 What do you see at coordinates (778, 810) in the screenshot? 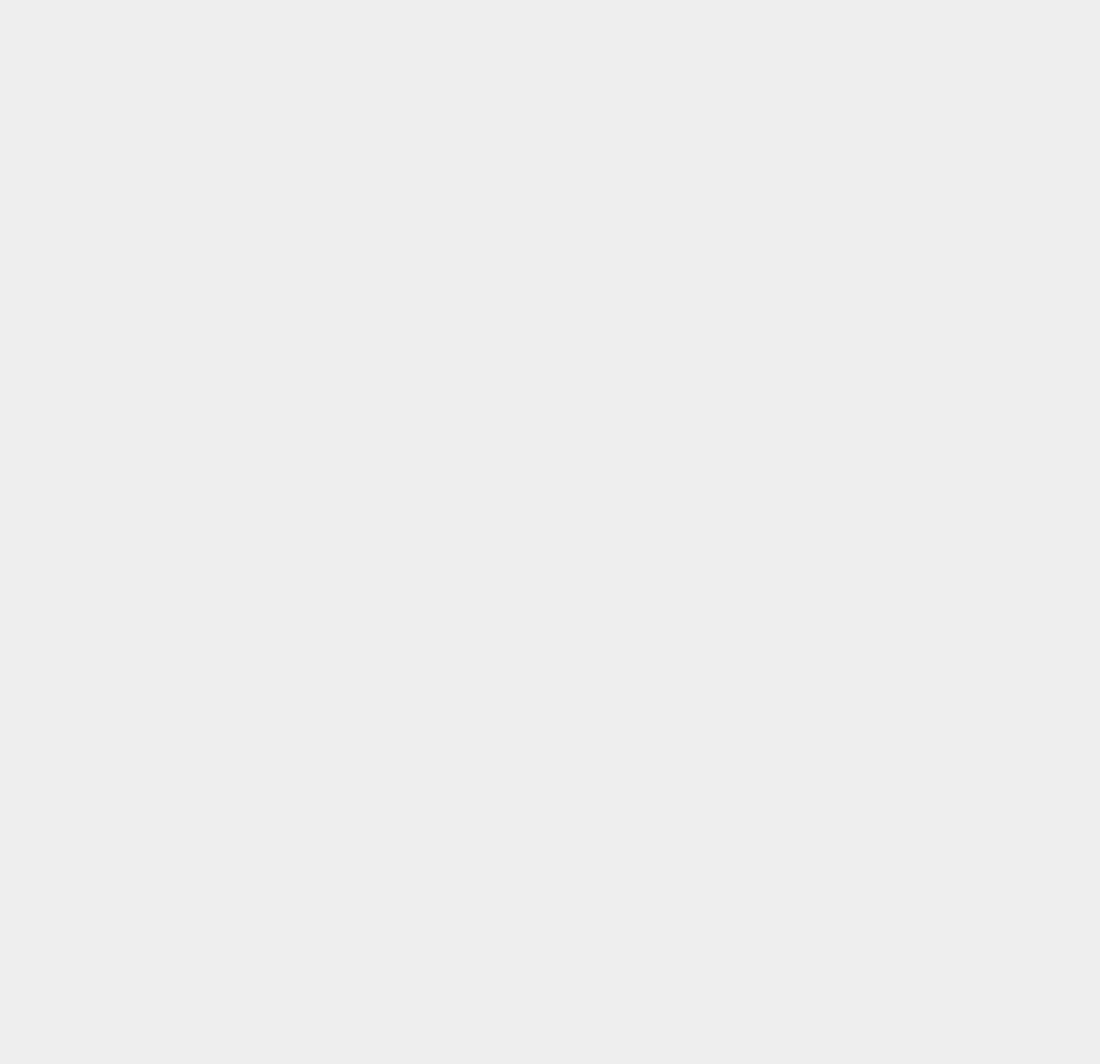
I see `'MacBook'` at bounding box center [778, 810].